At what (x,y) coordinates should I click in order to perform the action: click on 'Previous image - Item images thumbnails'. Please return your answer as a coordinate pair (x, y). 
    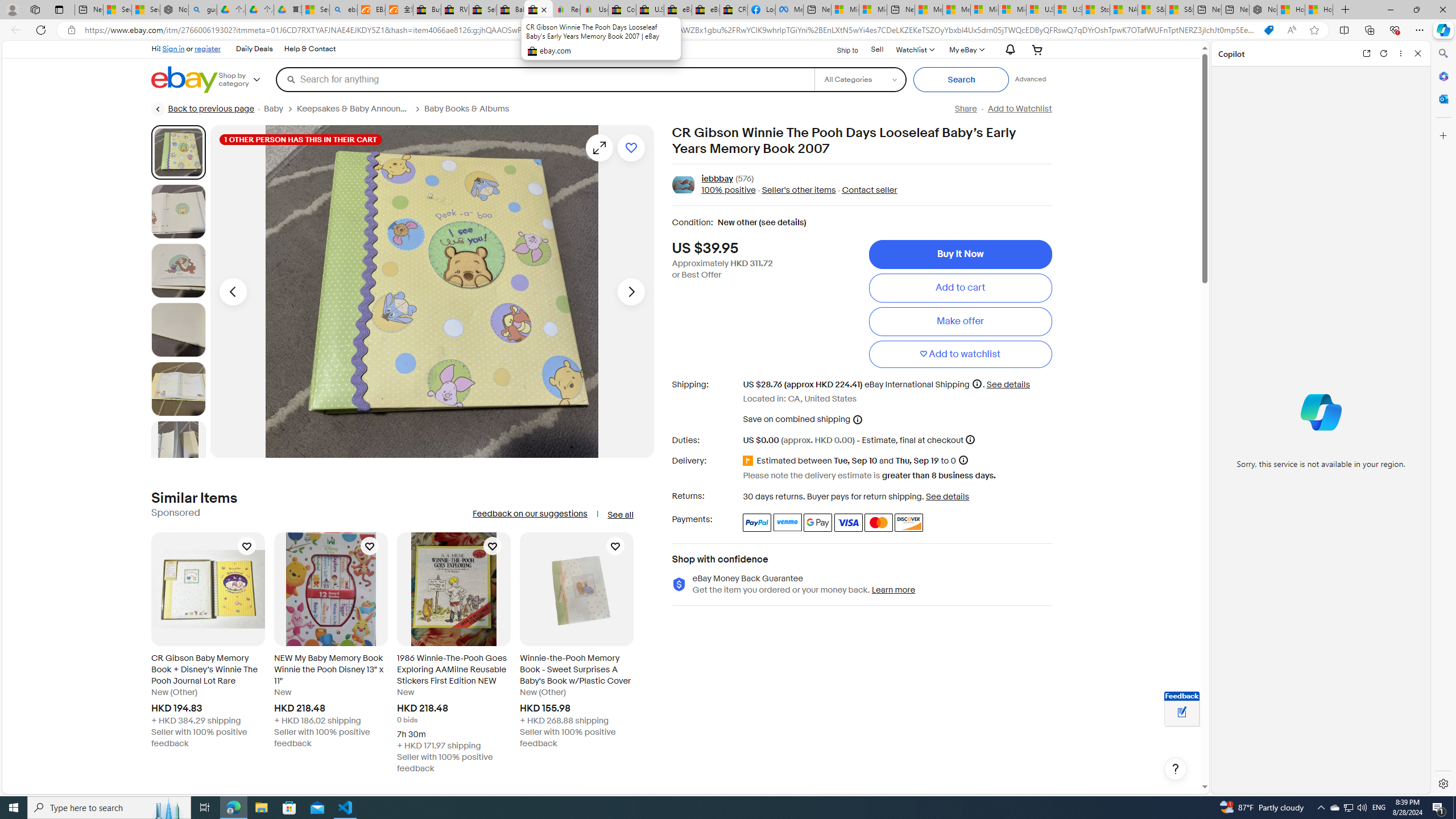
    Looking at the image, I should click on (232, 291).